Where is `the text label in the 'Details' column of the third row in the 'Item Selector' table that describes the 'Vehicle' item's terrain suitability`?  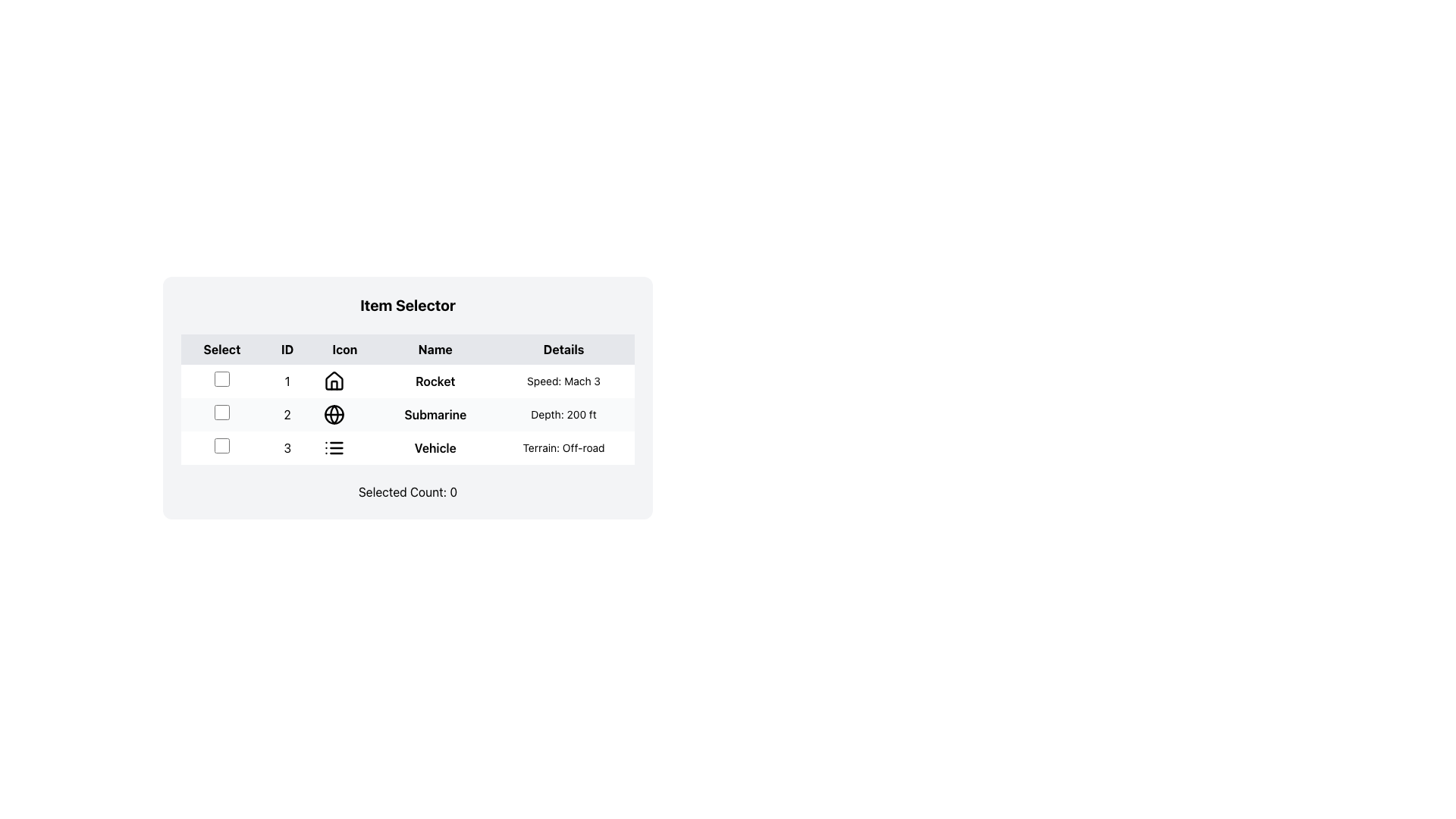
the text label in the 'Details' column of the third row in the 'Item Selector' table that describes the 'Vehicle' item's terrain suitability is located at coordinates (563, 447).